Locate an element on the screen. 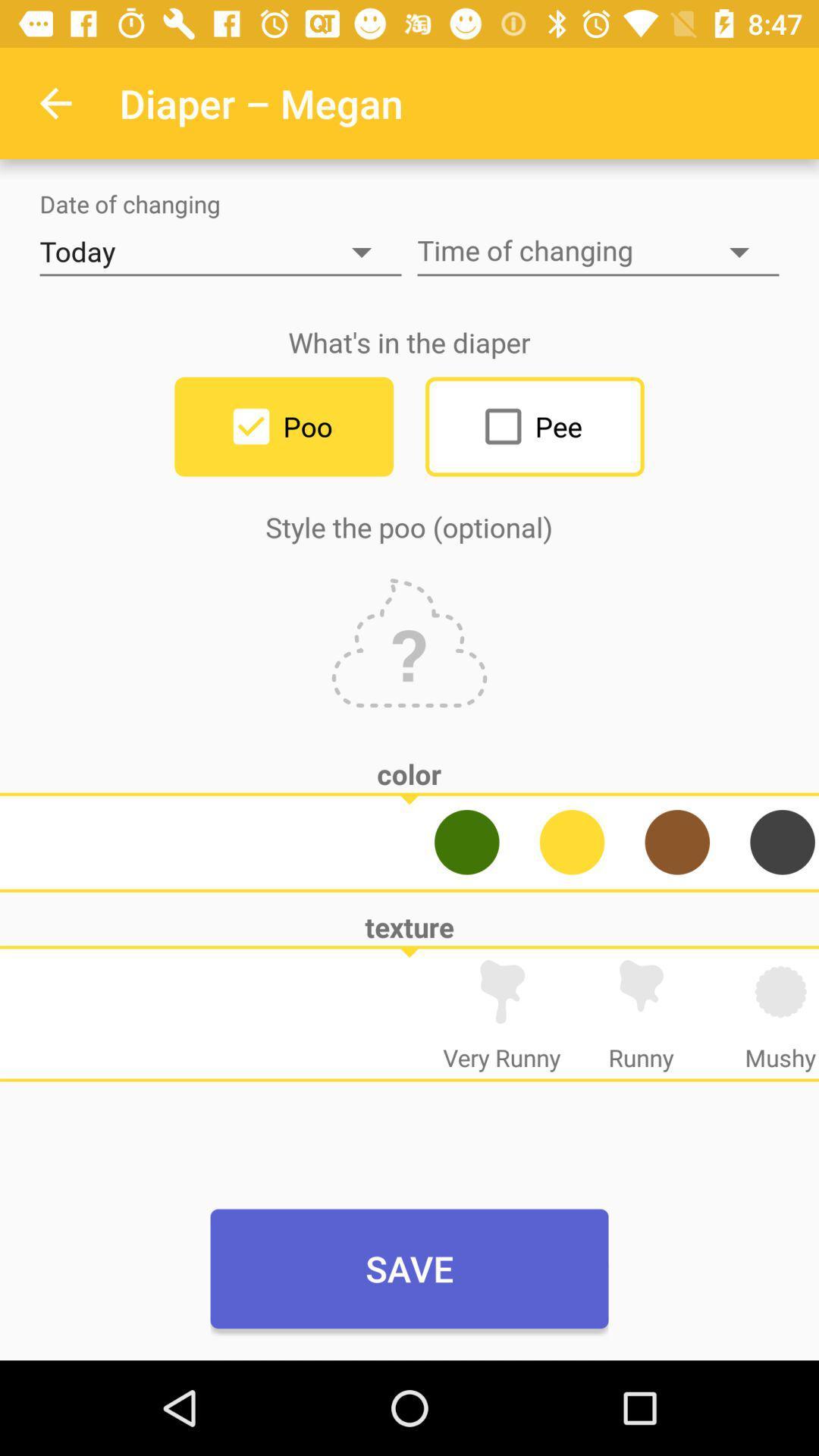 The image size is (819, 1456). the diaper changing time is located at coordinates (598, 252).